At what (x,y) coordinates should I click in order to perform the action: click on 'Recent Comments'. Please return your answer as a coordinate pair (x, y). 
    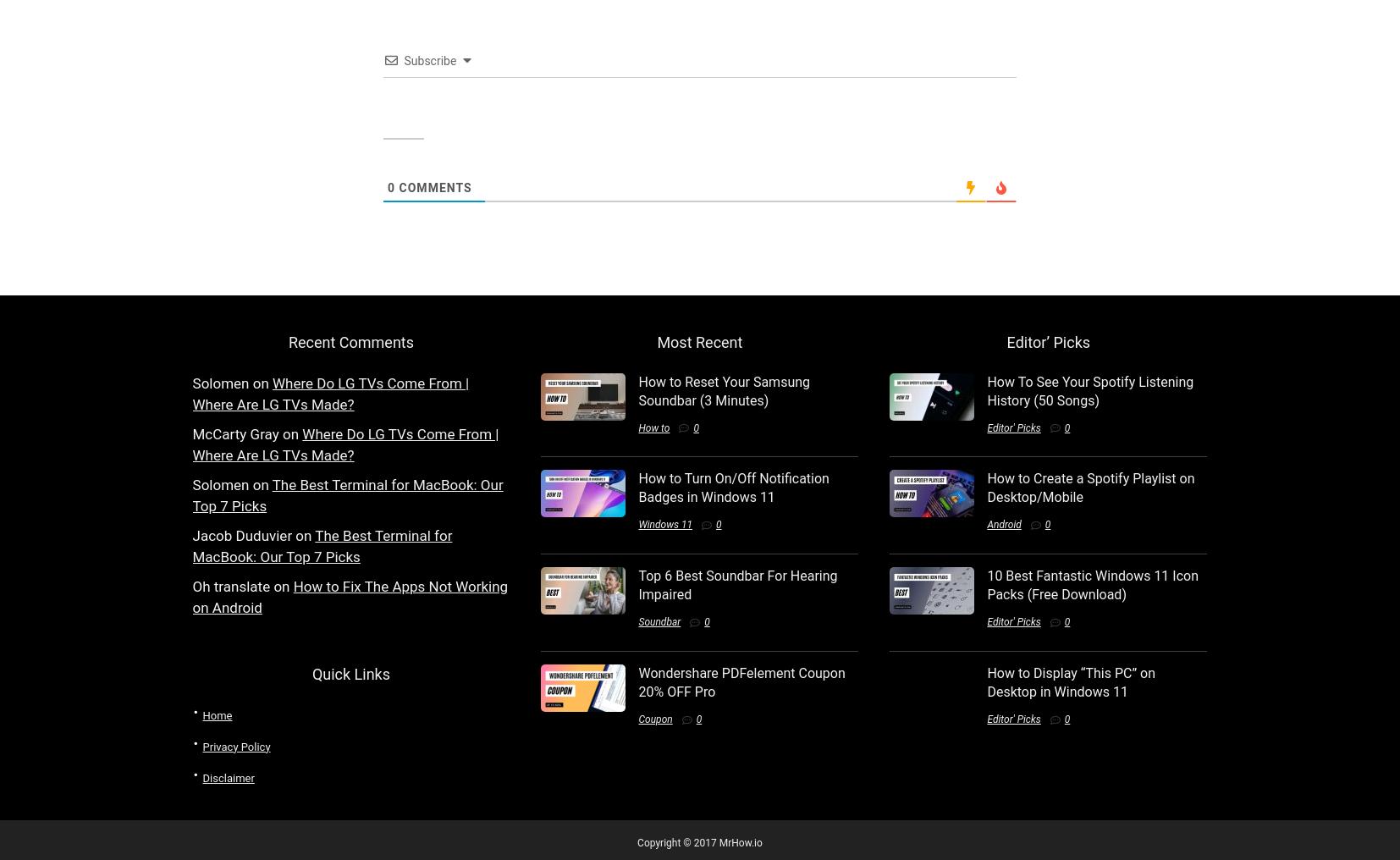
    Looking at the image, I should click on (350, 340).